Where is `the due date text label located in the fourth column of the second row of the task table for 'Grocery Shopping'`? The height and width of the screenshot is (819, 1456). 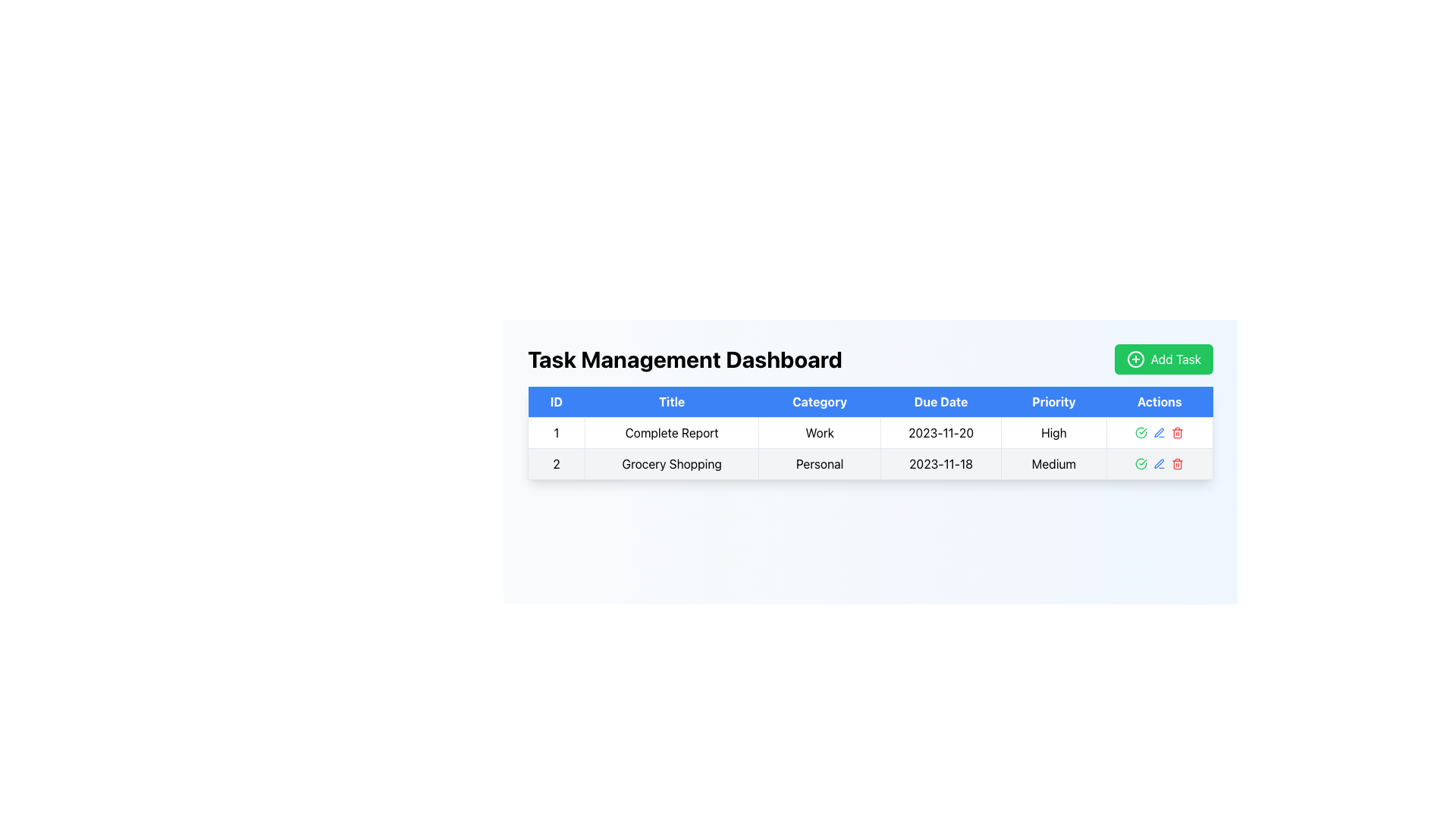
the due date text label located in the fourth column of the second row of the task table for 'Grocery Shopping' is located at coordinates (940, 463).